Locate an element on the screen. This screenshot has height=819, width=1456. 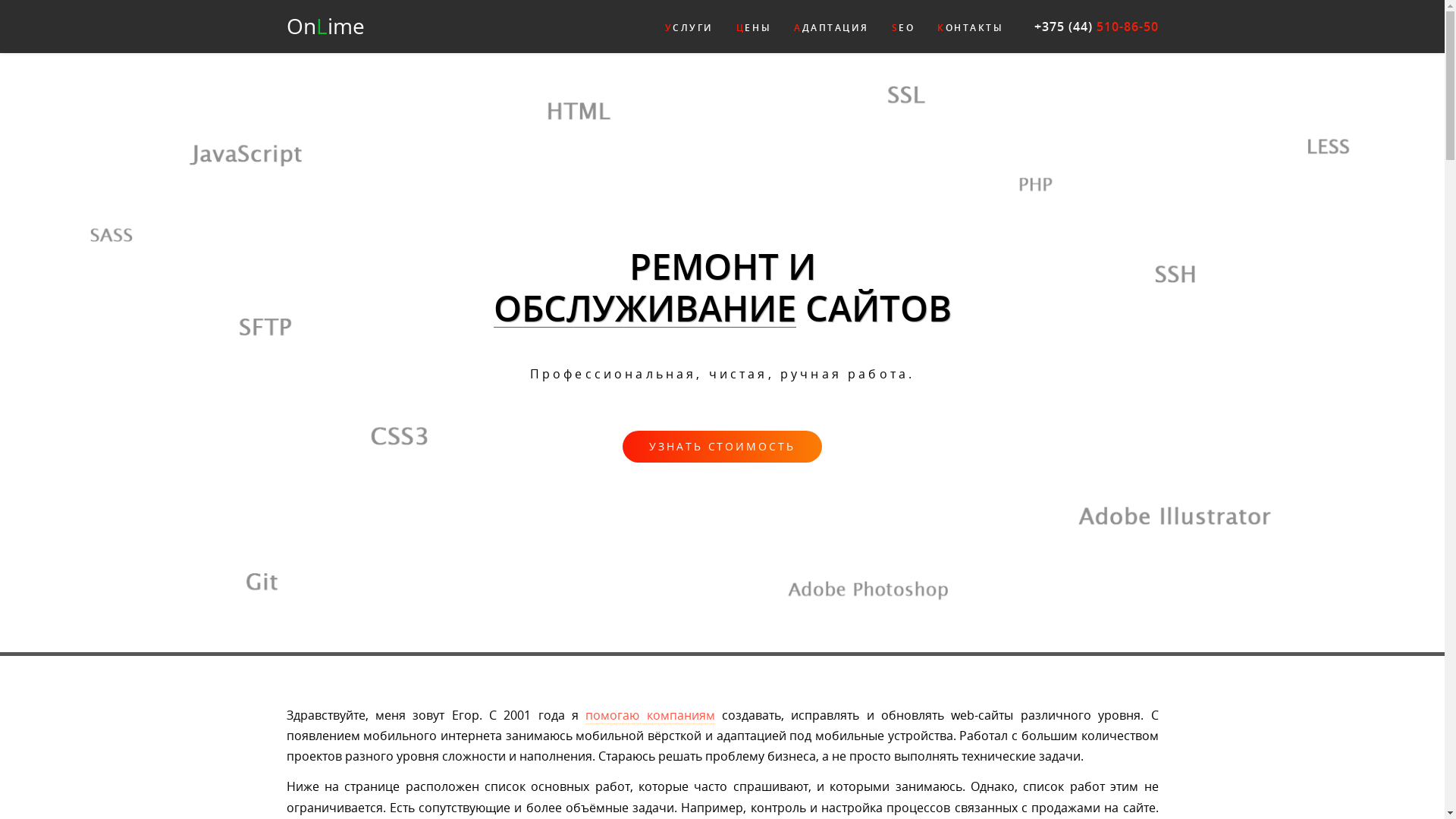
'OnLime' is located at coordinates (325, 26).